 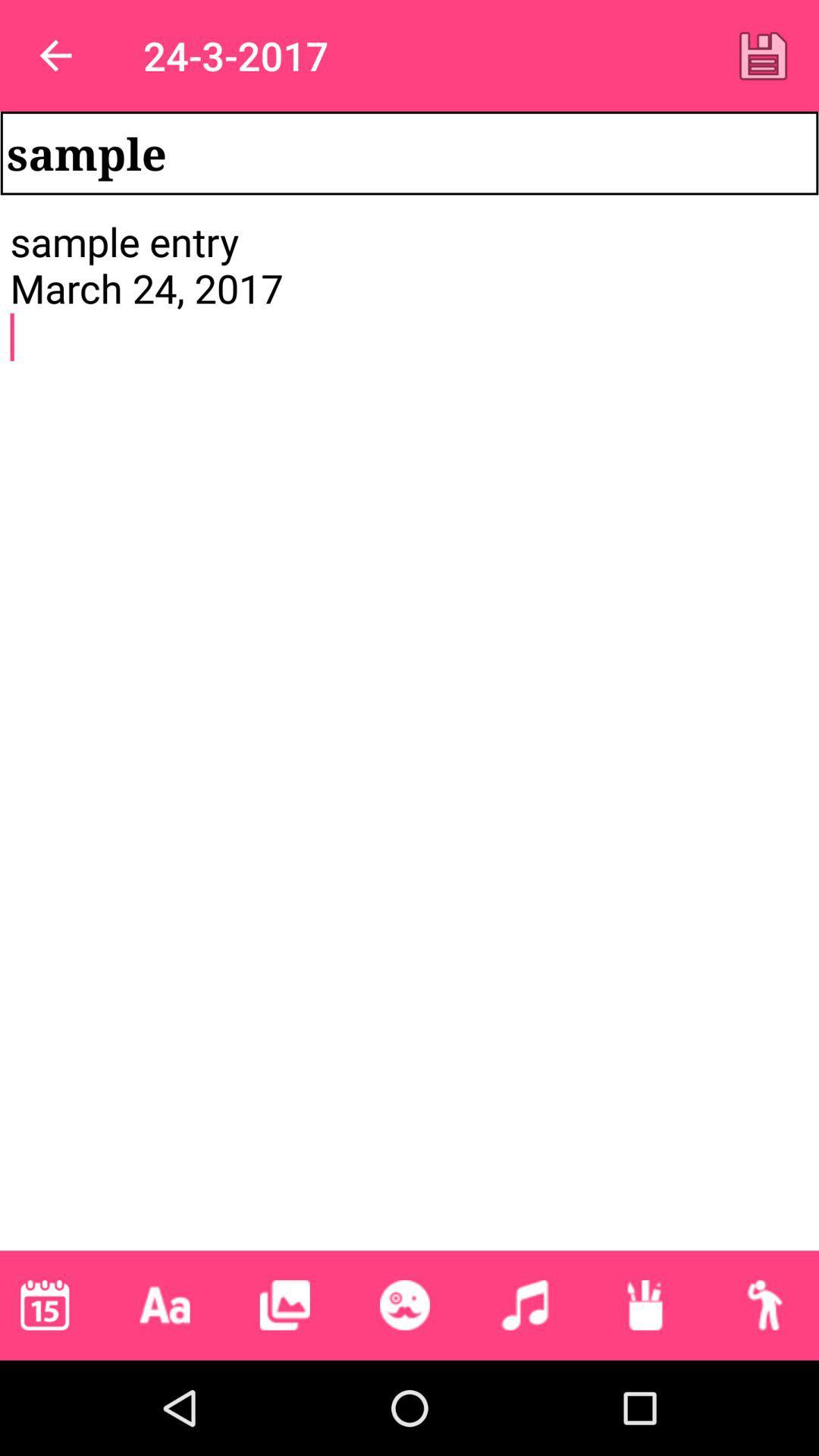 I want to click on the font icon, so click(x=165, y=1304).